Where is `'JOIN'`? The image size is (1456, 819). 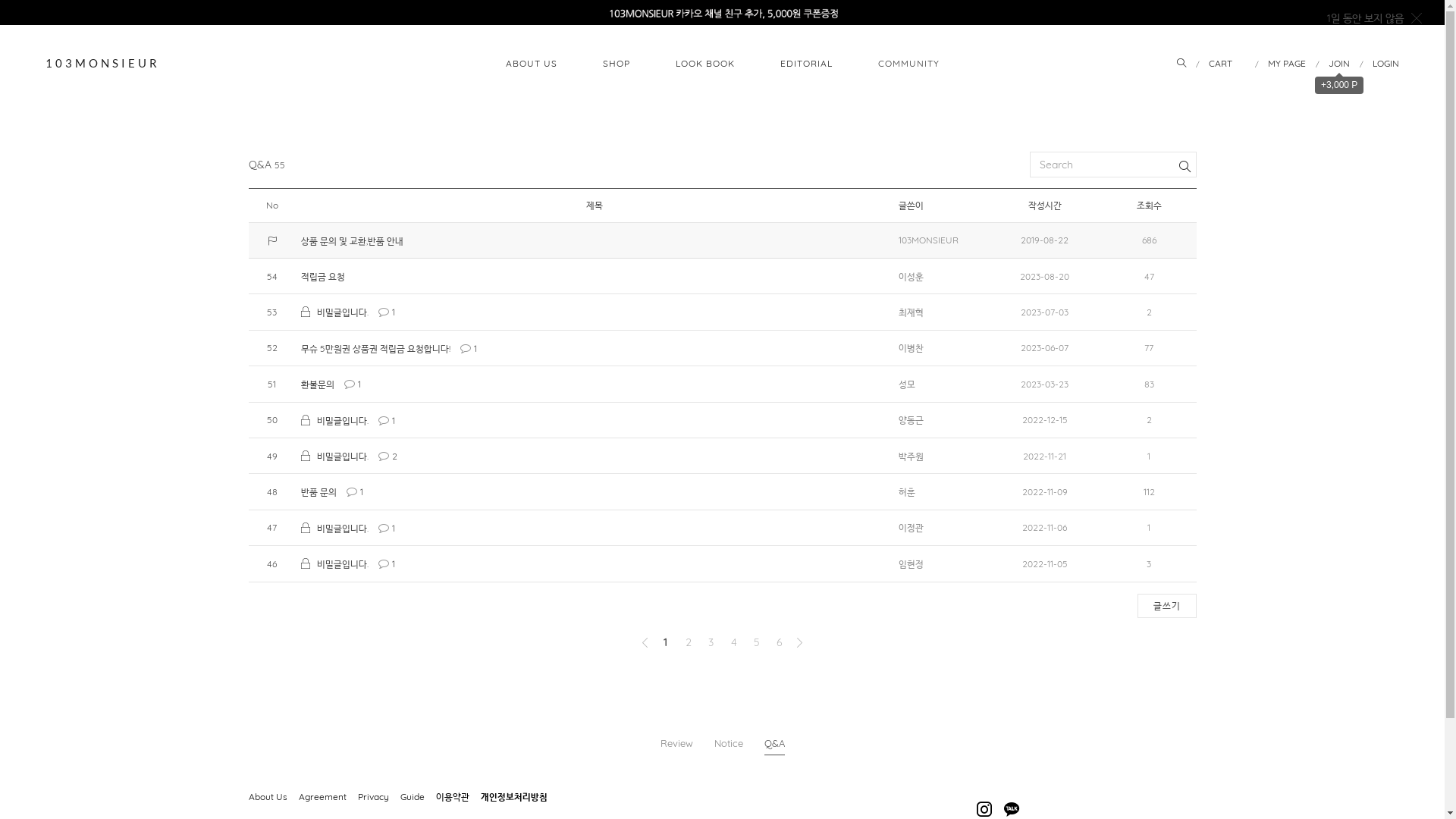
'JOIN' is located at coordinates (1339, 62).